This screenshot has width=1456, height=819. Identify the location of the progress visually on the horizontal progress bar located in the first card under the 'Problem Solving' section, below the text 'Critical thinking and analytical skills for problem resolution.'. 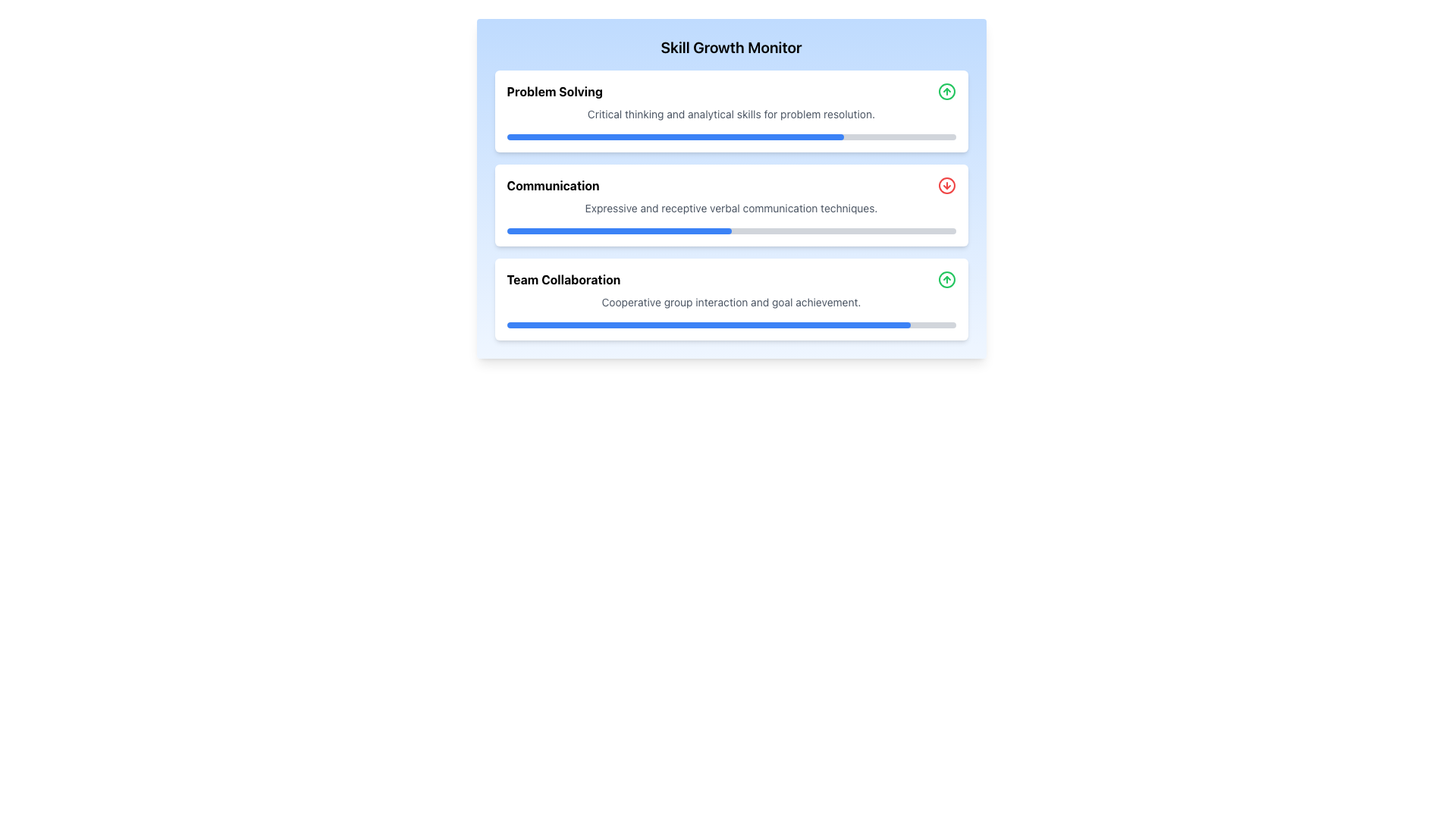
(731, 137).